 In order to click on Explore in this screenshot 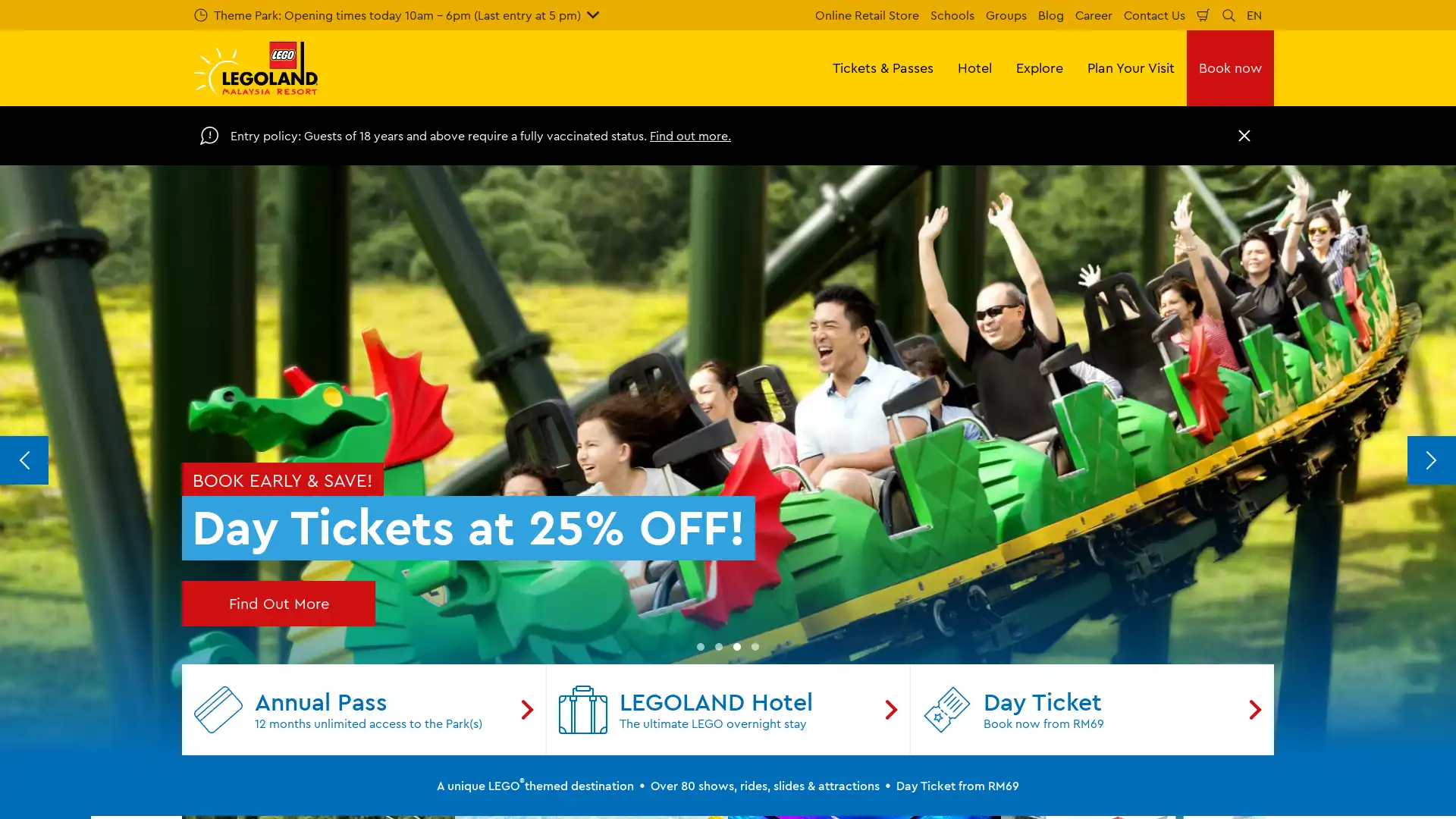, I will do `click(1039, 67)`.